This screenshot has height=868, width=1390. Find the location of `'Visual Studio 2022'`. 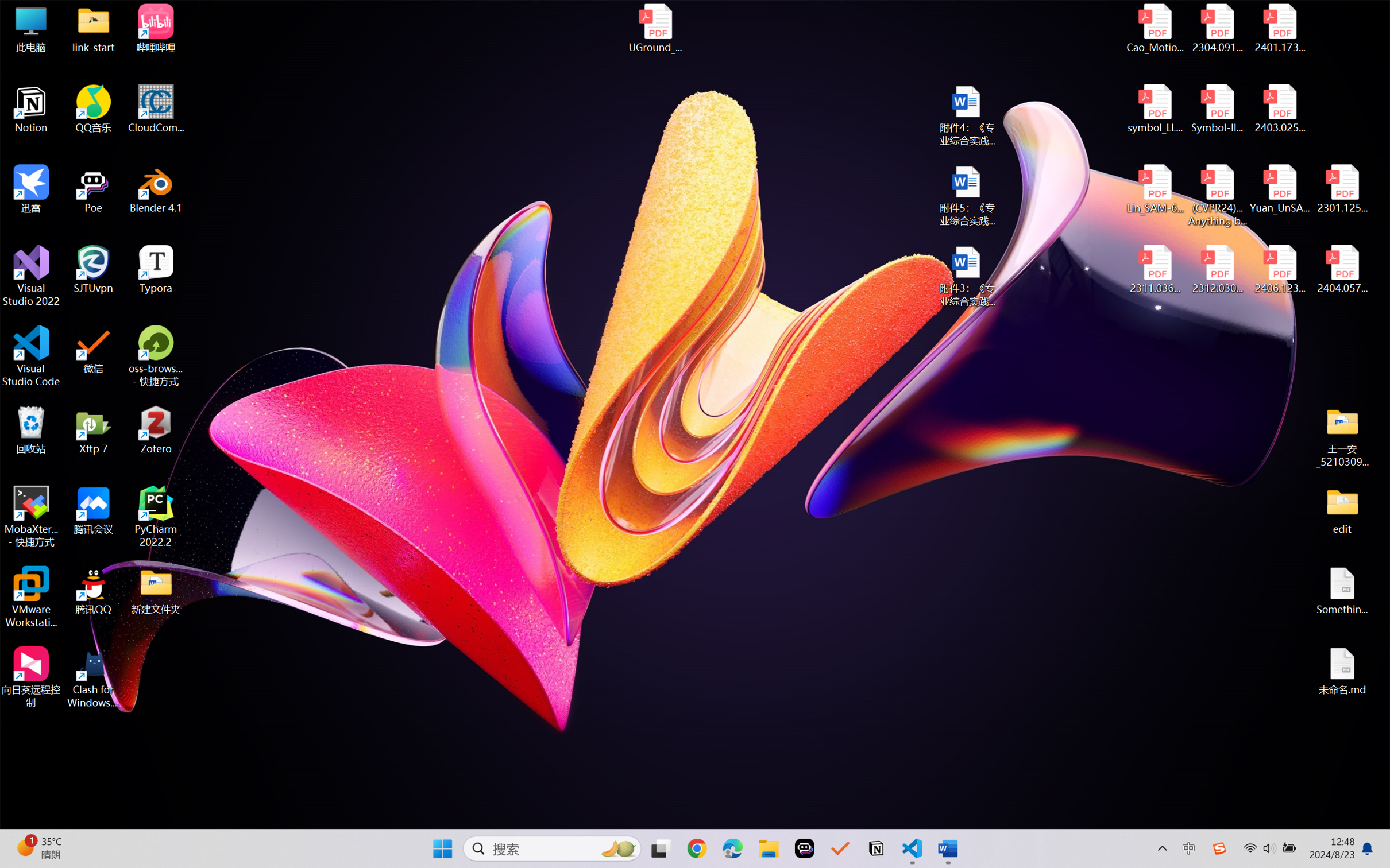

'Visual Studio 2022' is located at coordinates (30, 276).